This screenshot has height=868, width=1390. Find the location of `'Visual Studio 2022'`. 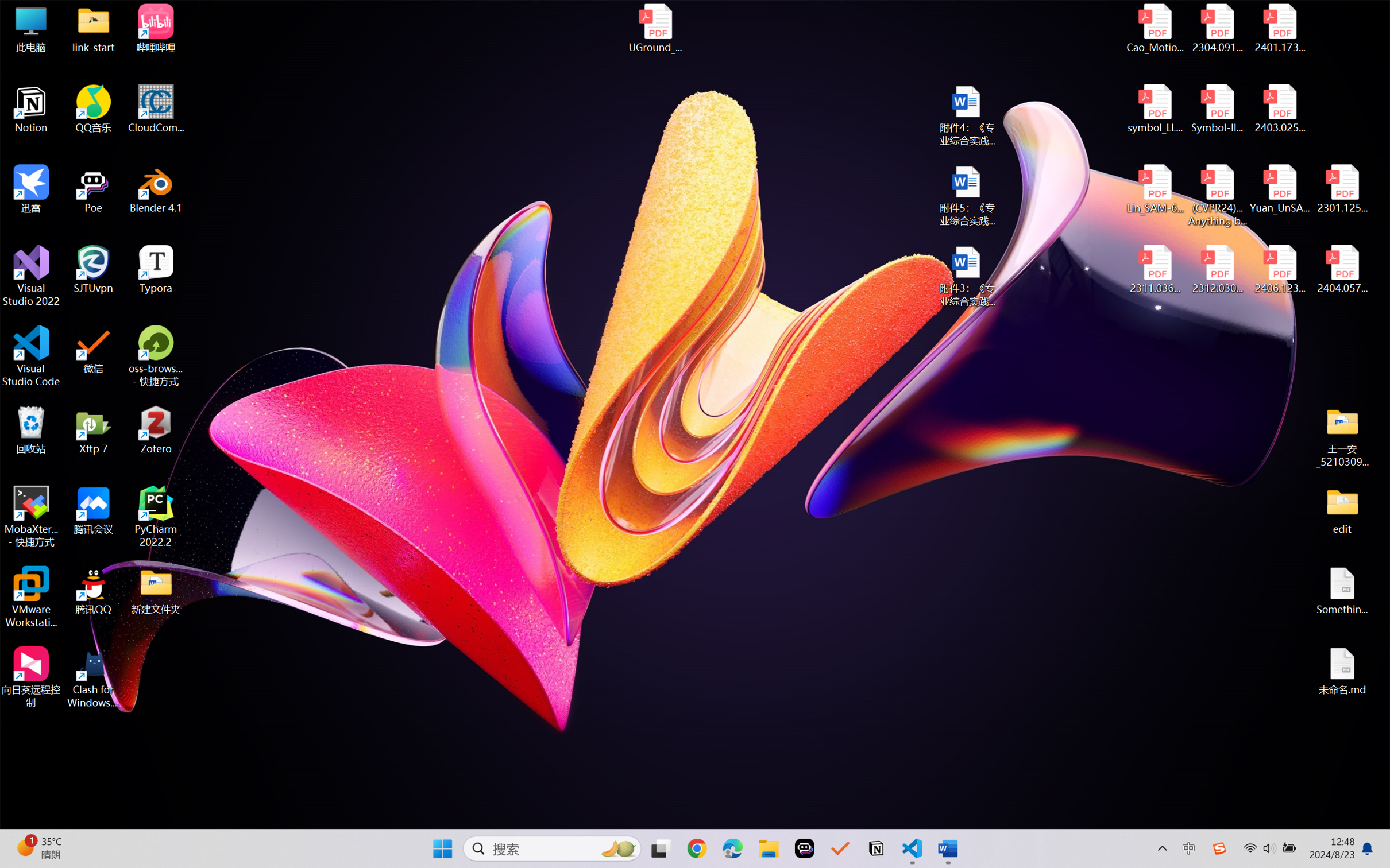

'Visual Studio 2022' is located at coordinates (30, 276).